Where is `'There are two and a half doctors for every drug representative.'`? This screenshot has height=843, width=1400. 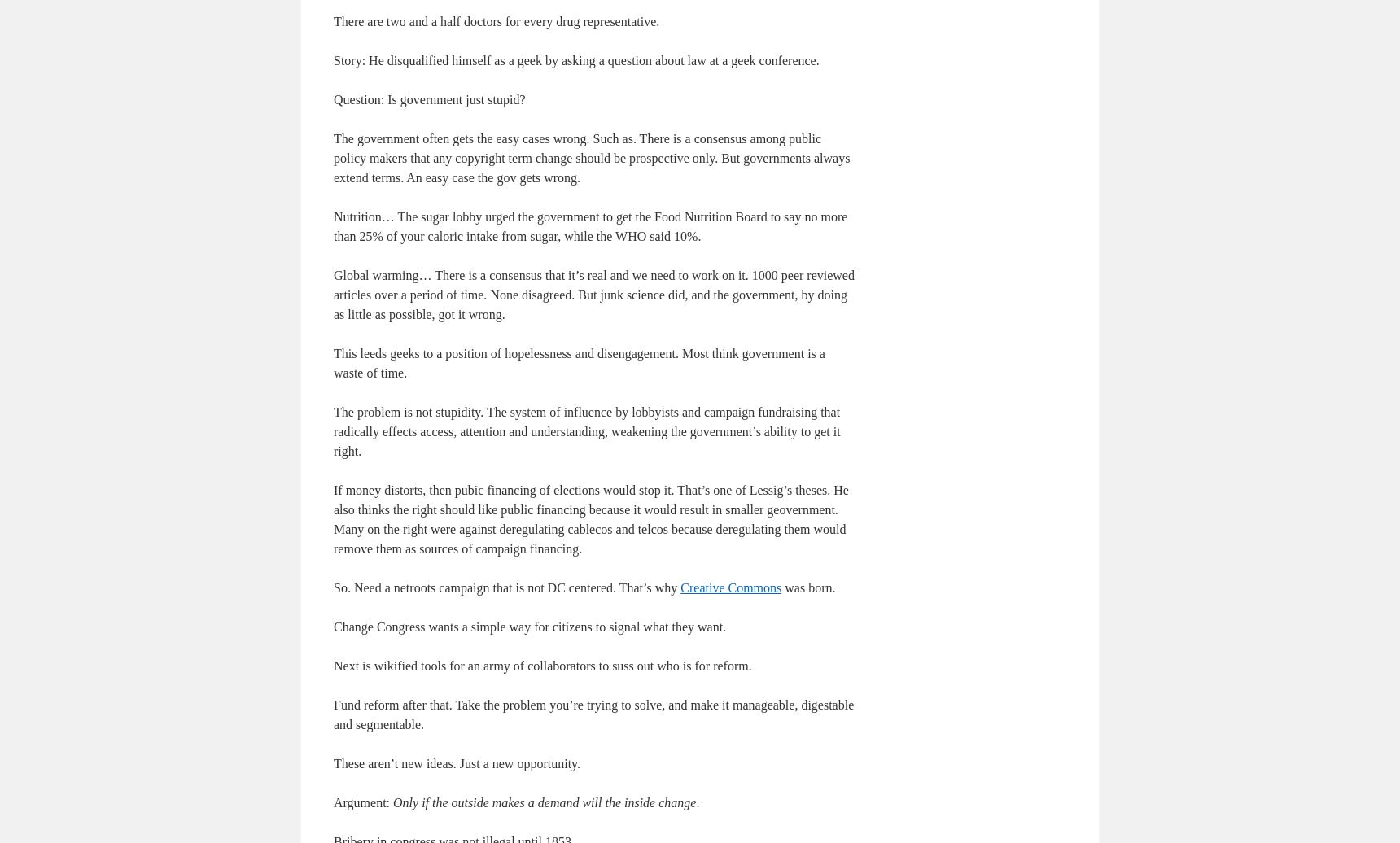 'There are two and a half doctors for every drug representative.' is located at coordinates (496, 20).